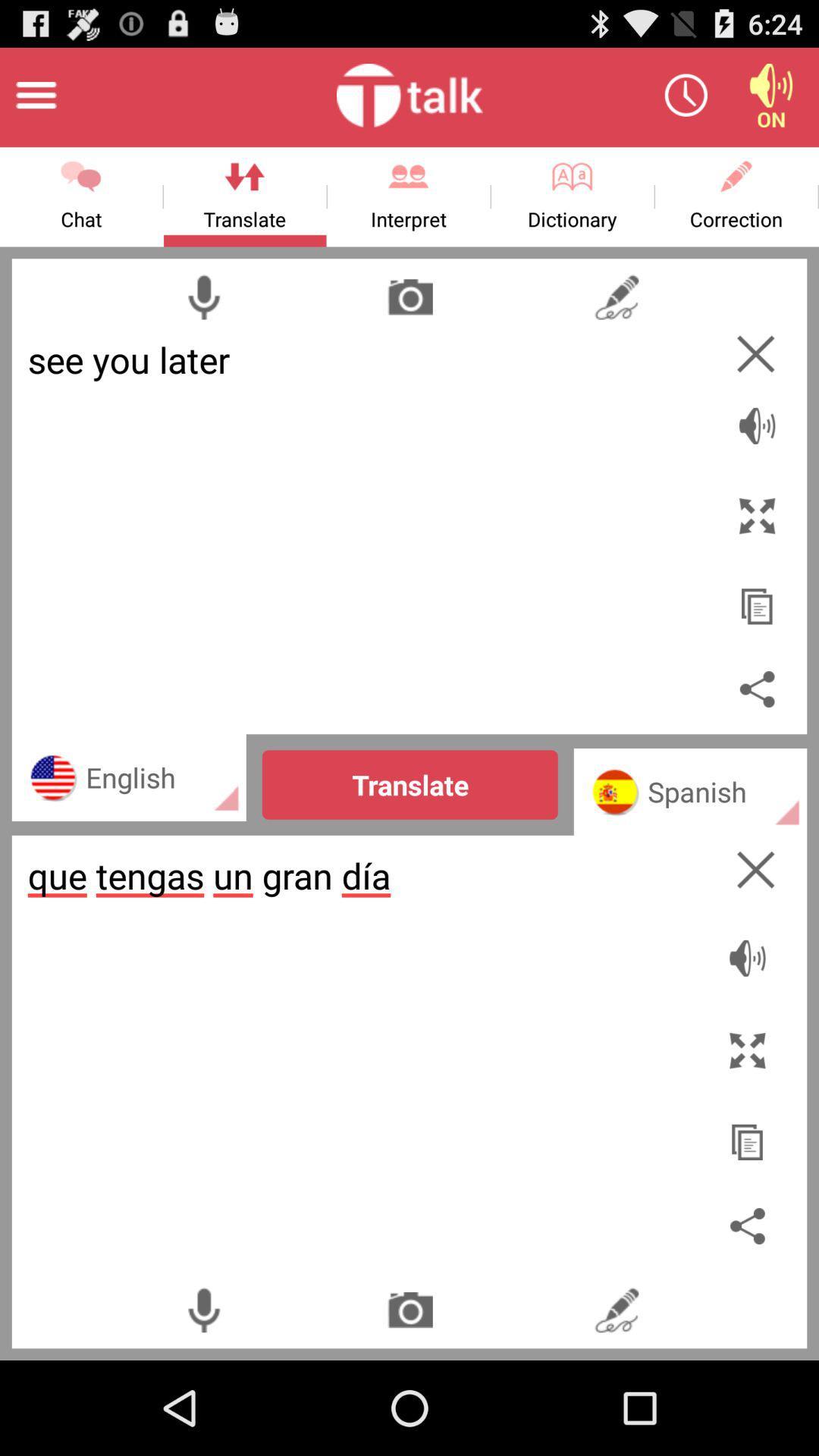 The width and height of the screenshot is (819, 1456). I want to click on activate dictation, so click(202, 1309).